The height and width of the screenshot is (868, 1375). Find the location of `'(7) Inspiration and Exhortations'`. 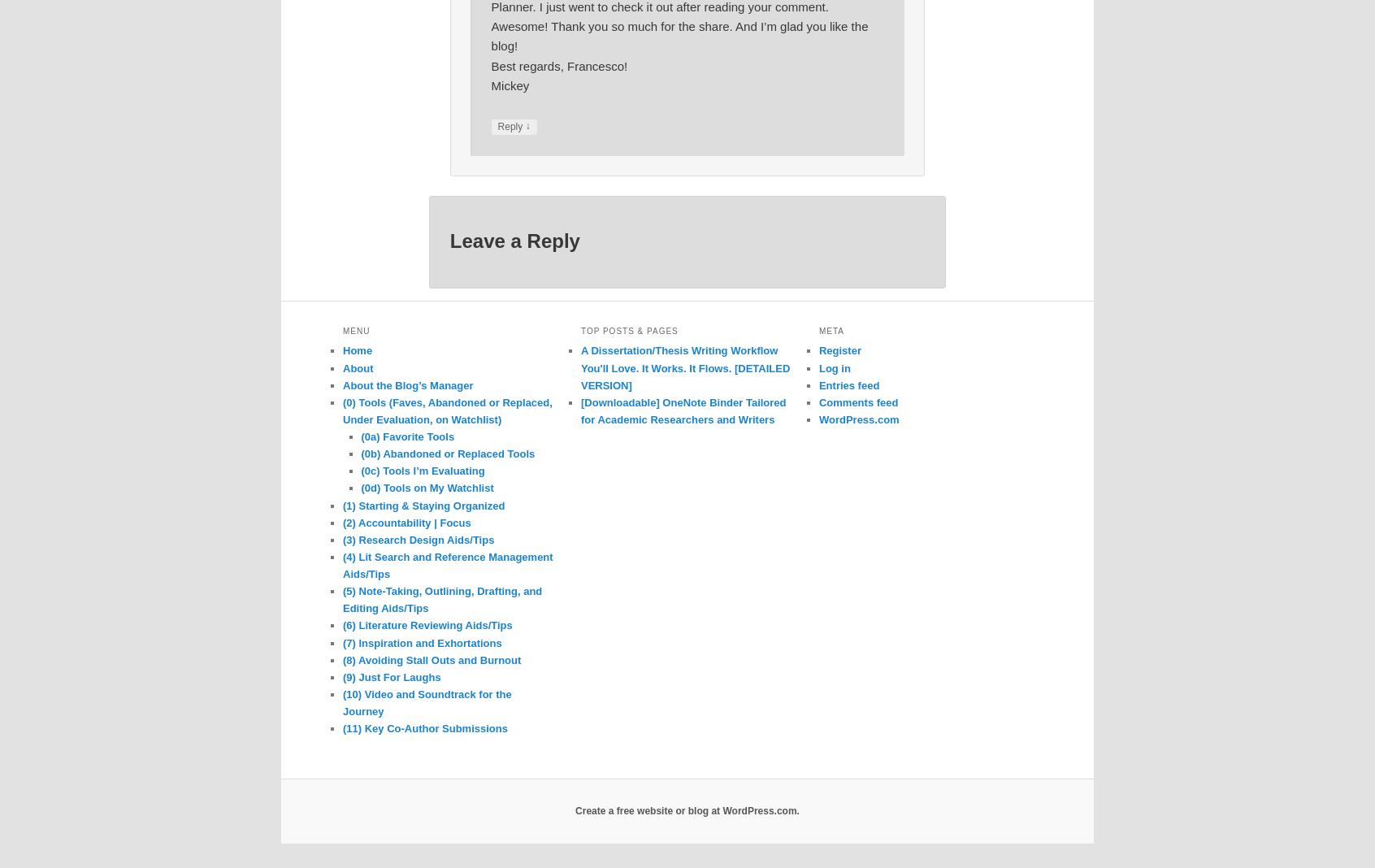

'(7) Inspiration and Exhortations' is located at coordinates (422, 642).